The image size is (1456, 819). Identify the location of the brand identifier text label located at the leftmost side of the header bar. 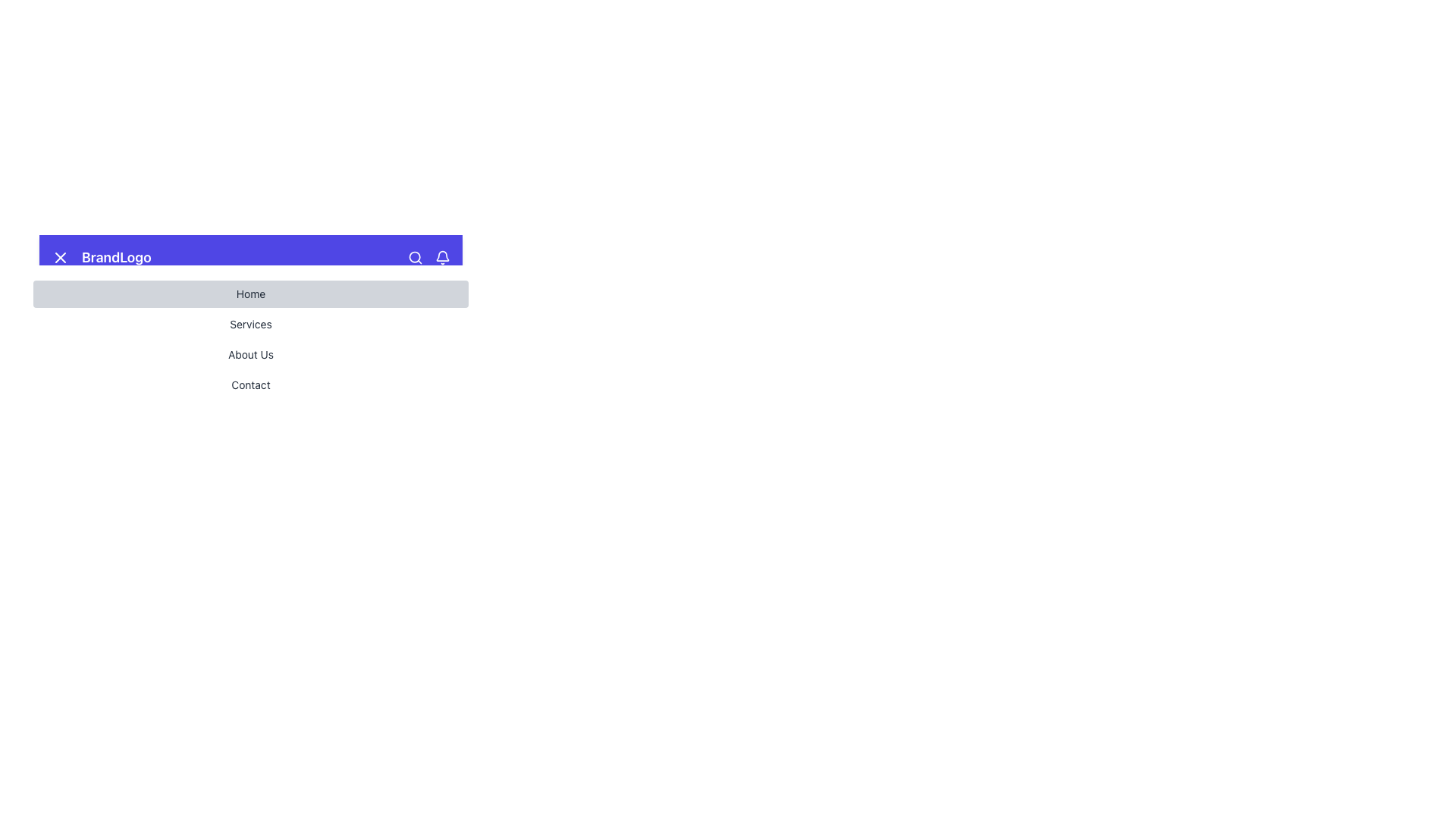
(100, 256).